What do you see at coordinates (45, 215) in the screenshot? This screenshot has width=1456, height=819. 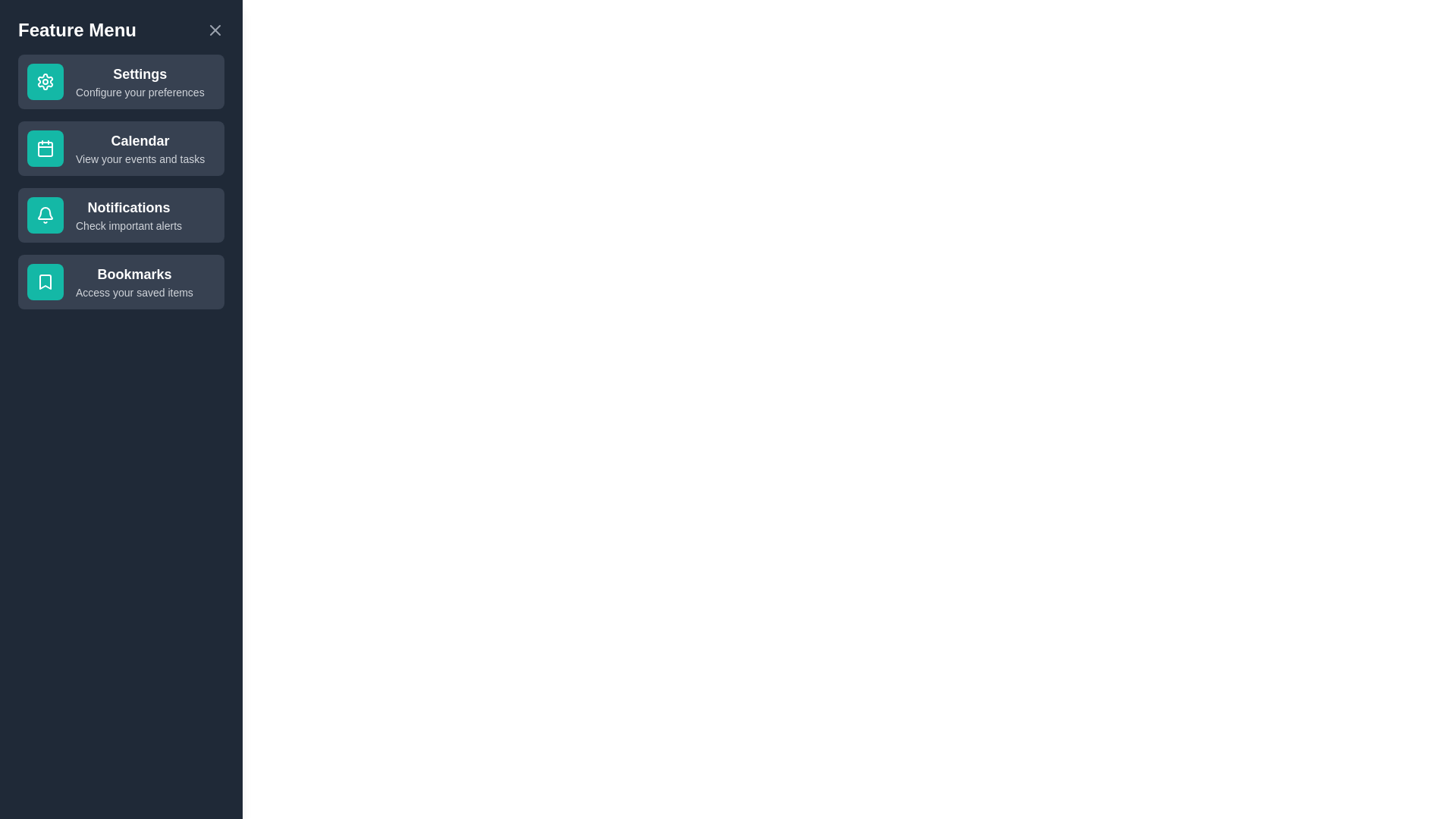 I see `the icon associated with the feature Notifications` at bounding box center [45, 215].